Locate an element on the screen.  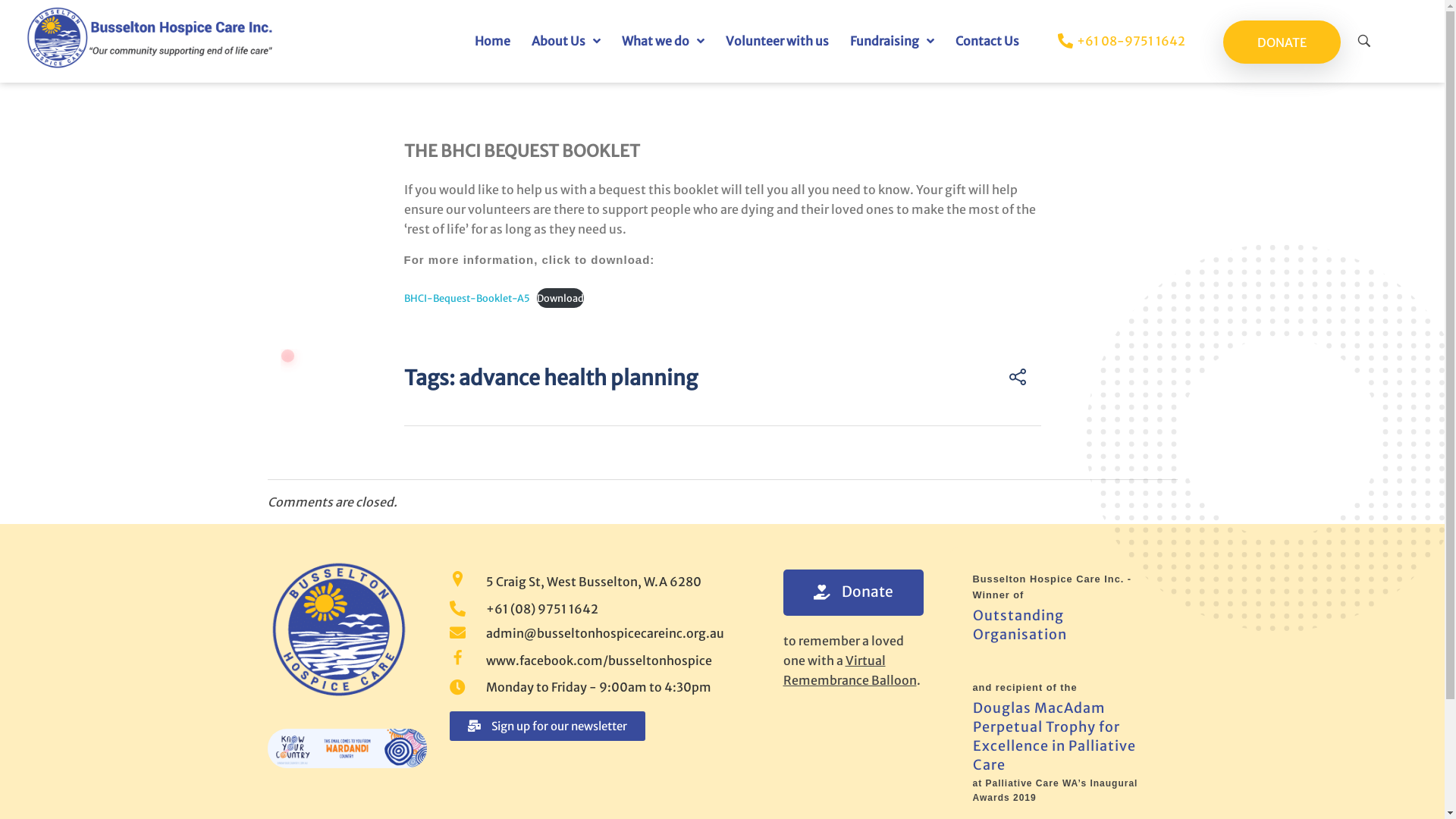
'Fundraising' is located at coordinates (839, 40).